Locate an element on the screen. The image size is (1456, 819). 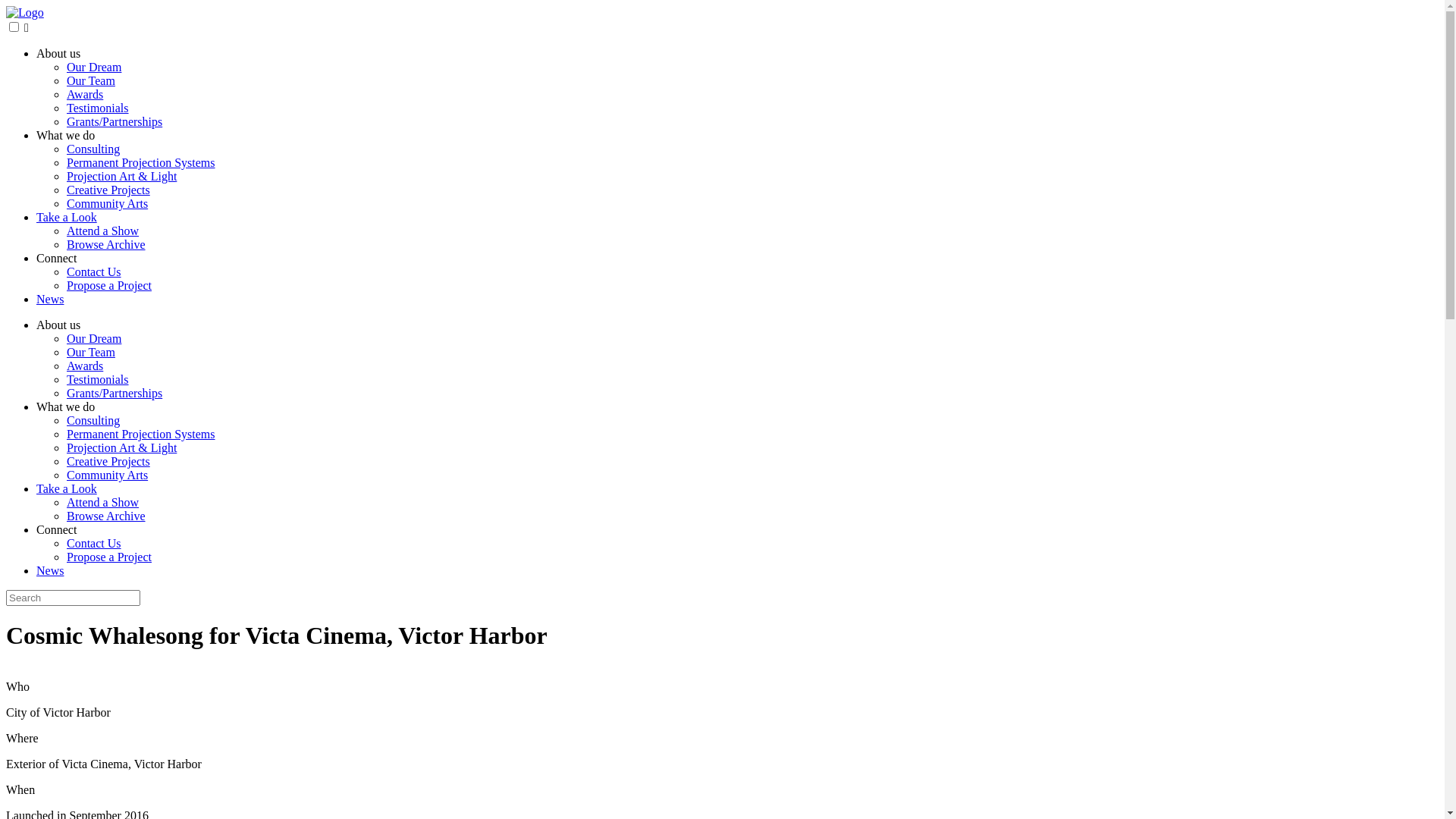
'Propose a Project' is located at coordinates (108, 285).